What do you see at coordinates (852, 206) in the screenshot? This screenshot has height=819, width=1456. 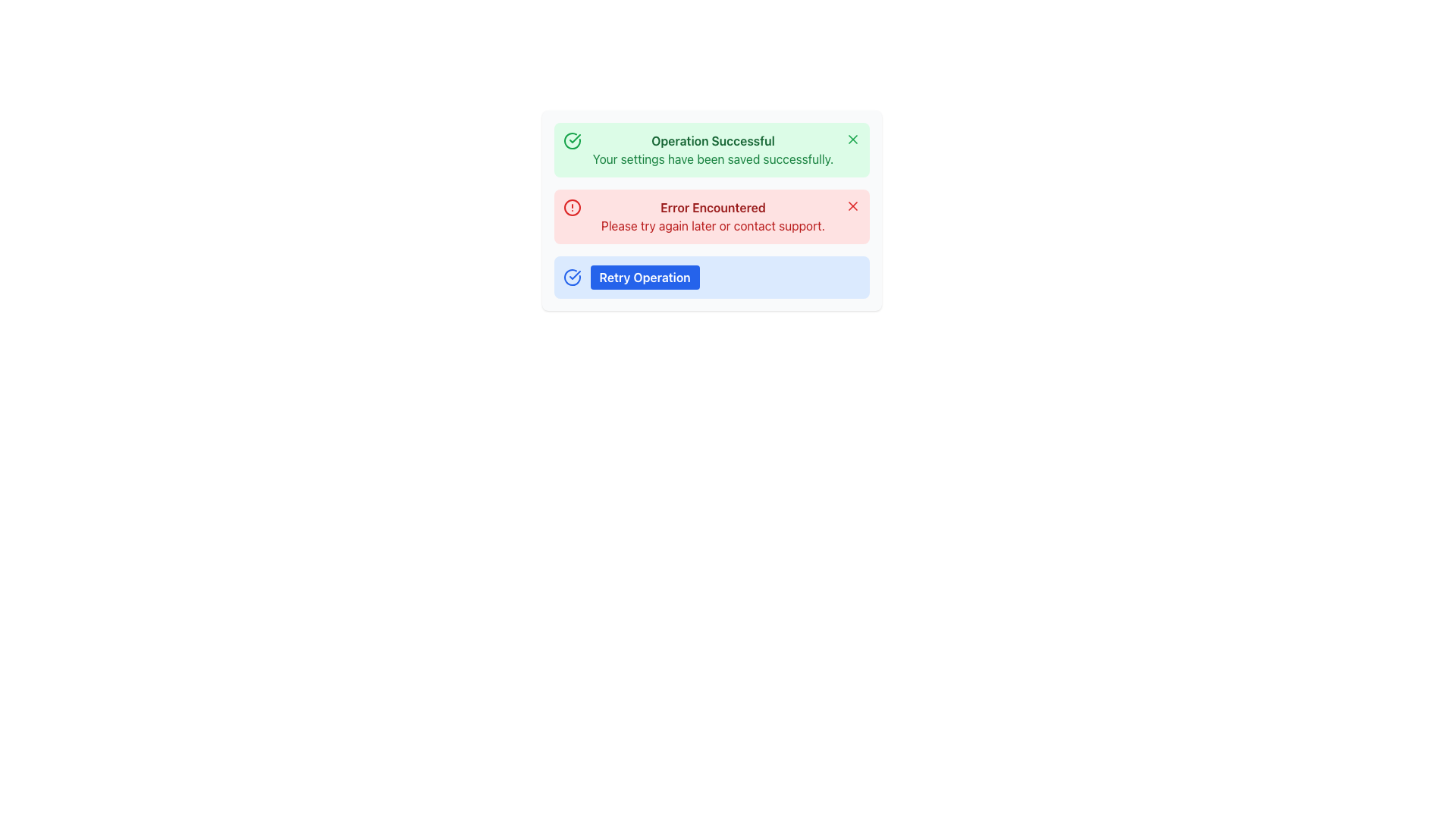 I see `the close icon (X) located near the right side of the 'Error Encountered' message` at bounding box center [852, 206].